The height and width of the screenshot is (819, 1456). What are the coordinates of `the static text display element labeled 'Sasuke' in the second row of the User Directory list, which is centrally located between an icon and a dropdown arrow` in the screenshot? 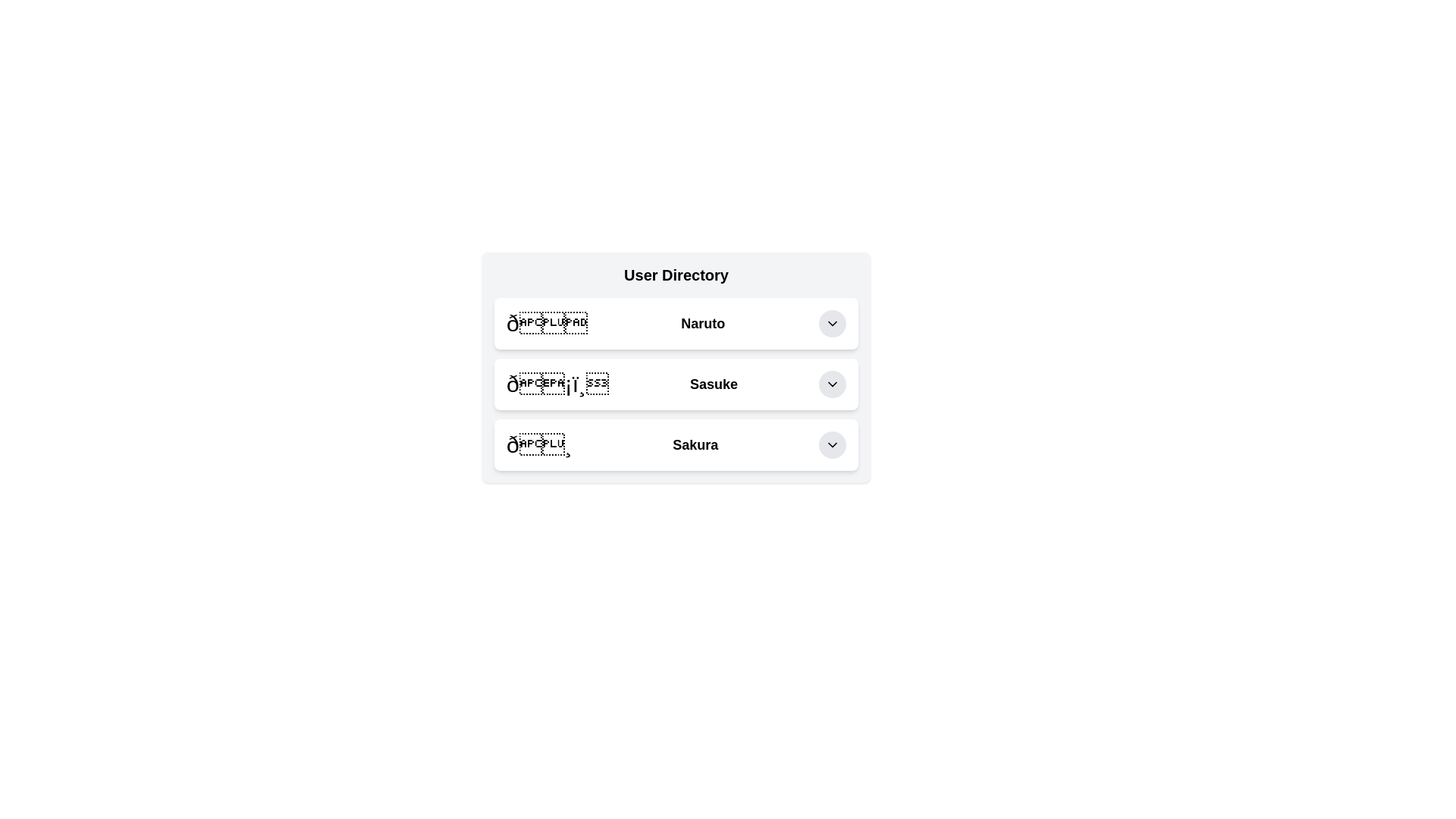 It's located at (713, 383).